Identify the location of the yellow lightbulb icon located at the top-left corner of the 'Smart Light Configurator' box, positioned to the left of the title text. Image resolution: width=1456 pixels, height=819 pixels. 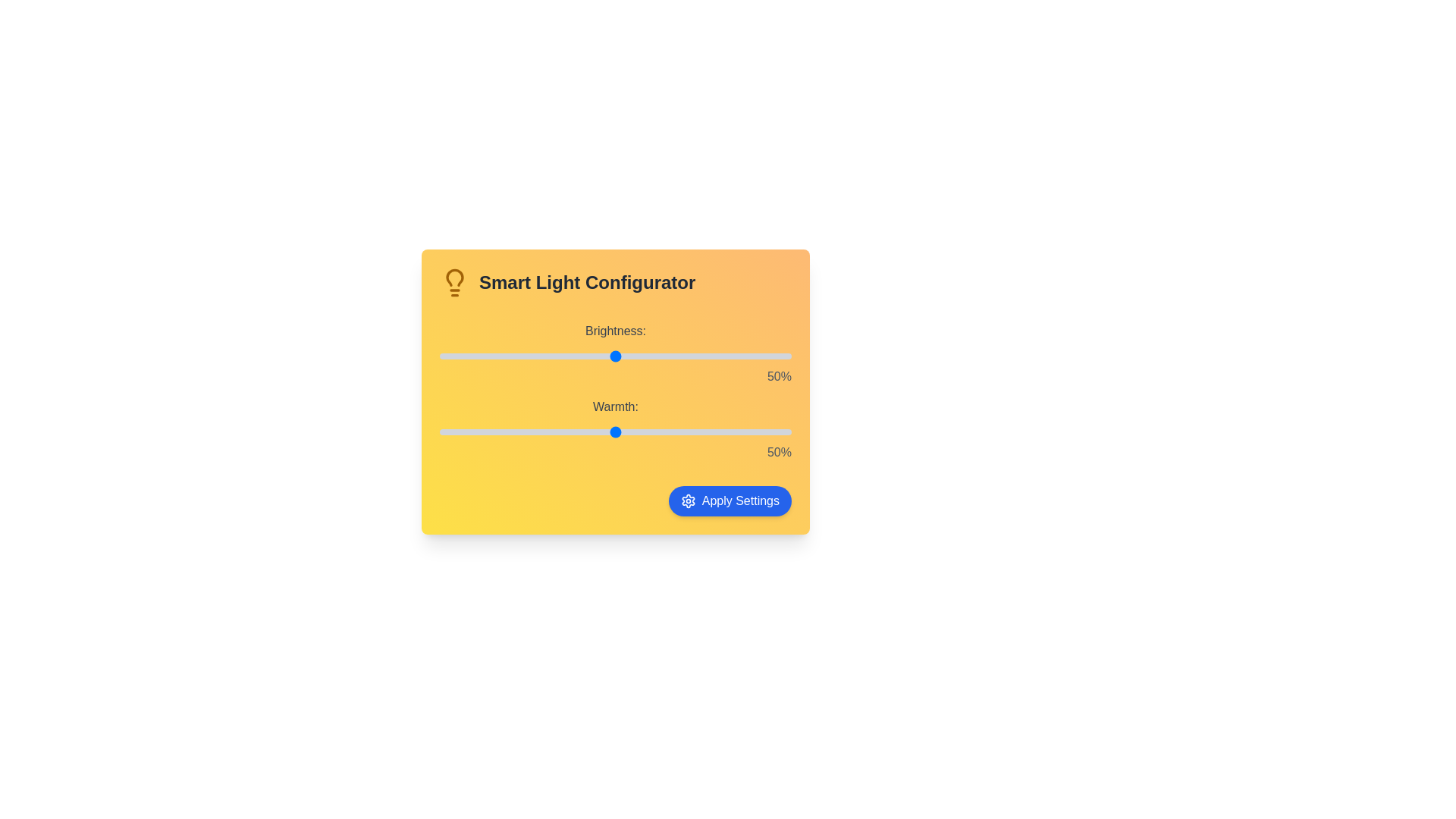
(454, 283).